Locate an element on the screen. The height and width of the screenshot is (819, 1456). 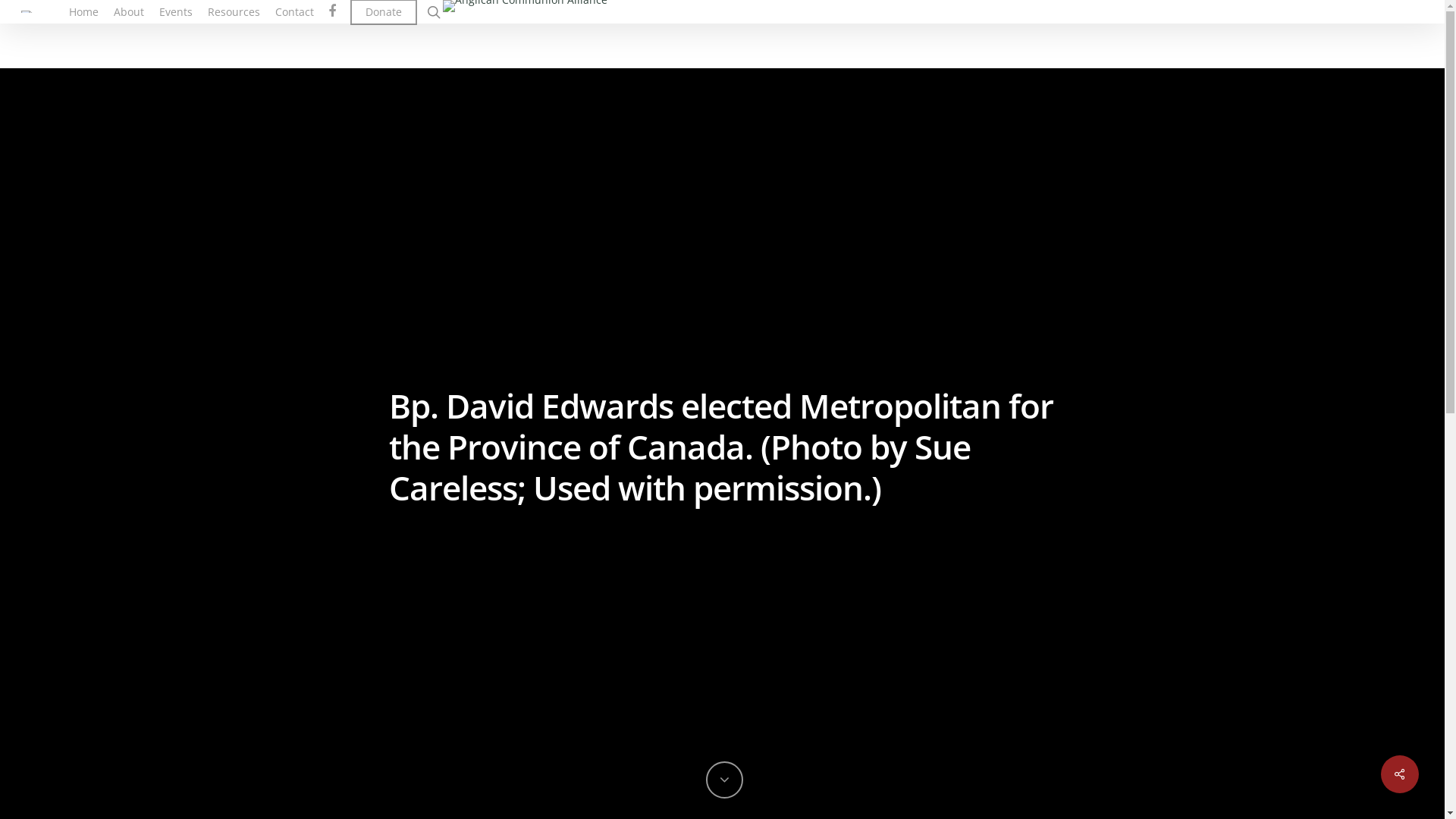
'search' is located at coordinates (432, 11).